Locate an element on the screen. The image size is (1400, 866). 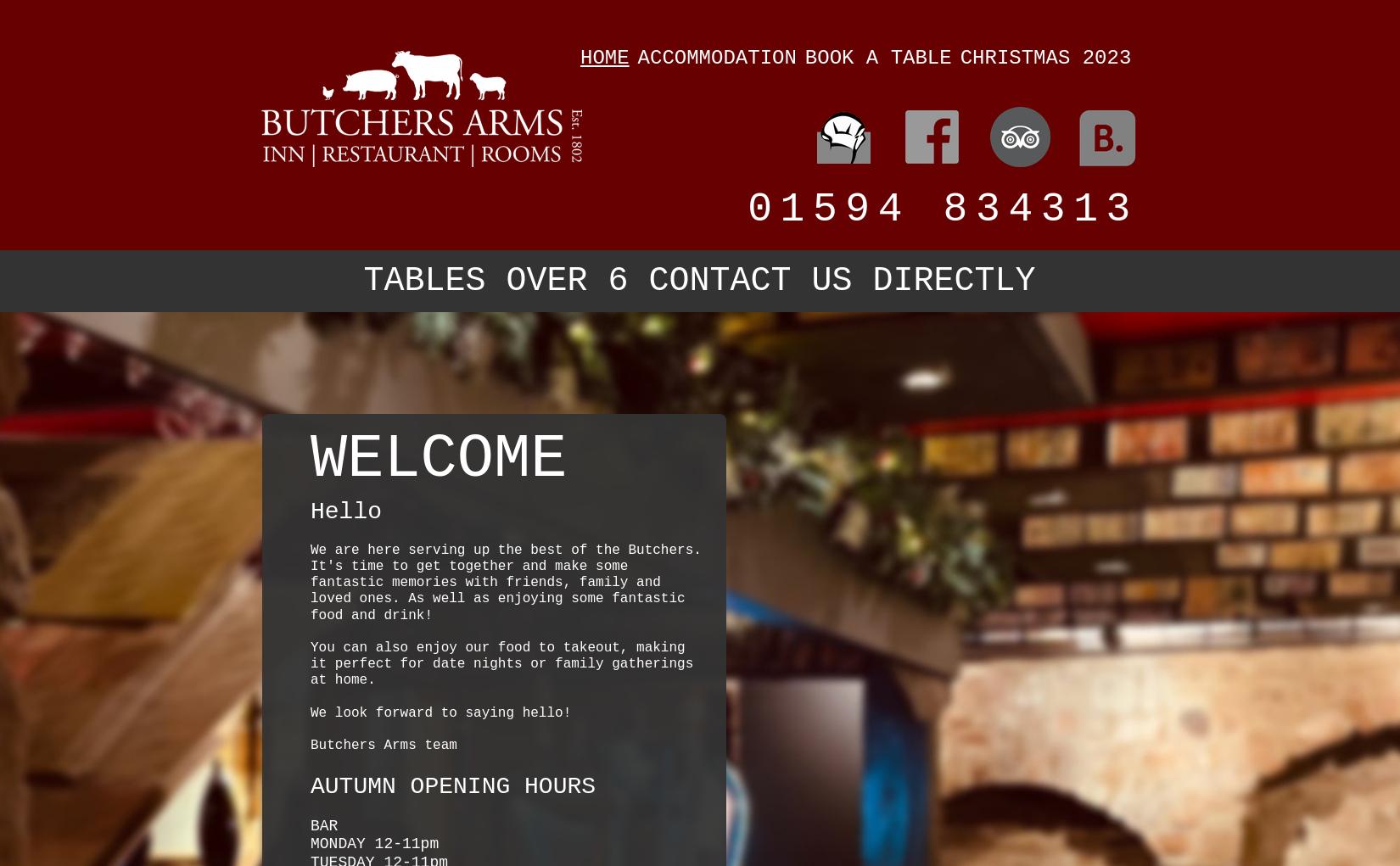
'You can also enjoy our food to takeout, making it perfect for date nights or family gatherings at home.' is located at coordinates (501, 663).